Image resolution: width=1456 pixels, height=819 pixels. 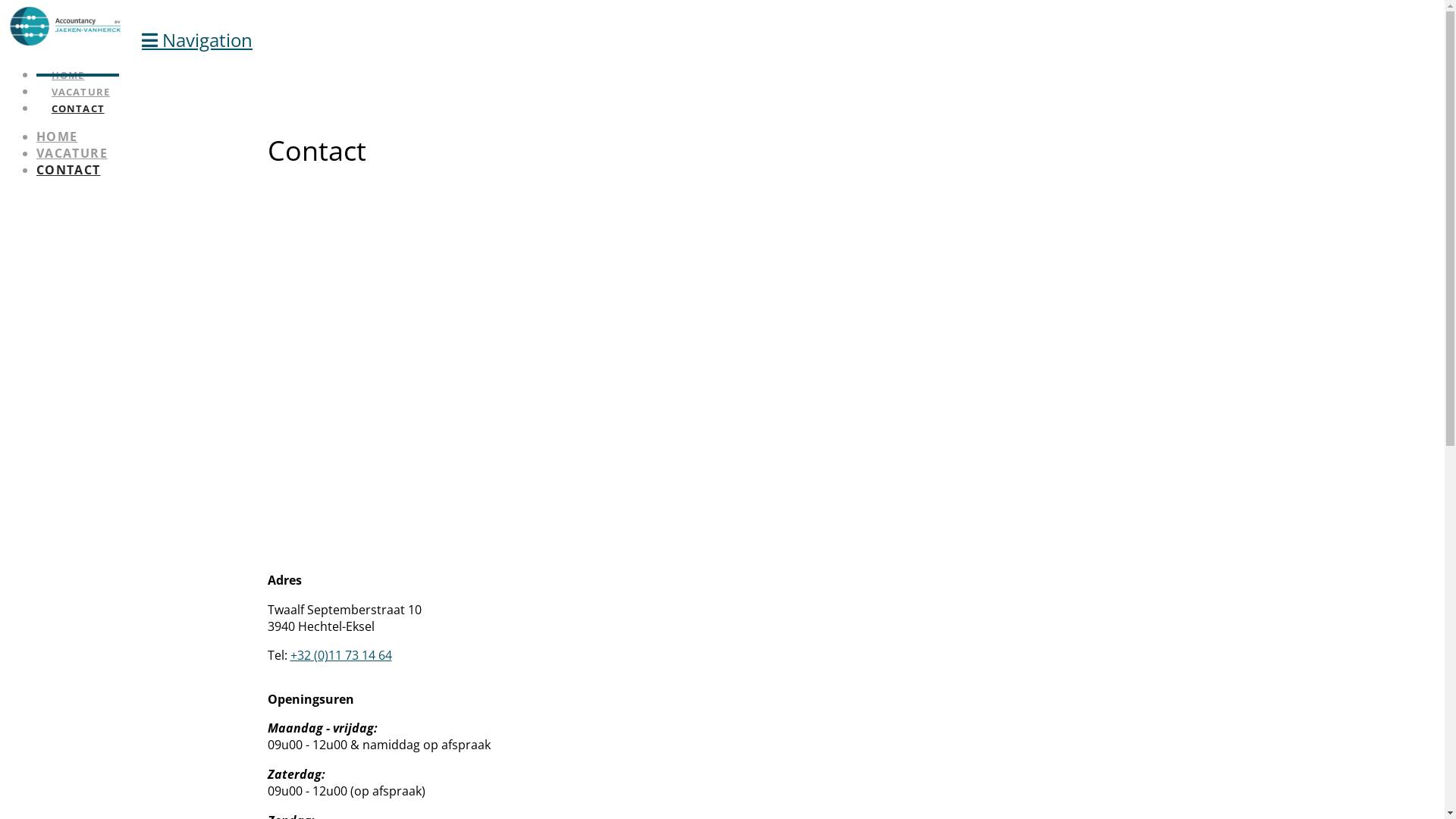 What do you see at coordinates (340, 654) in the screenshot?
I see `'+32 (0)11 73 14 64'` at bounding box center [340, 654].